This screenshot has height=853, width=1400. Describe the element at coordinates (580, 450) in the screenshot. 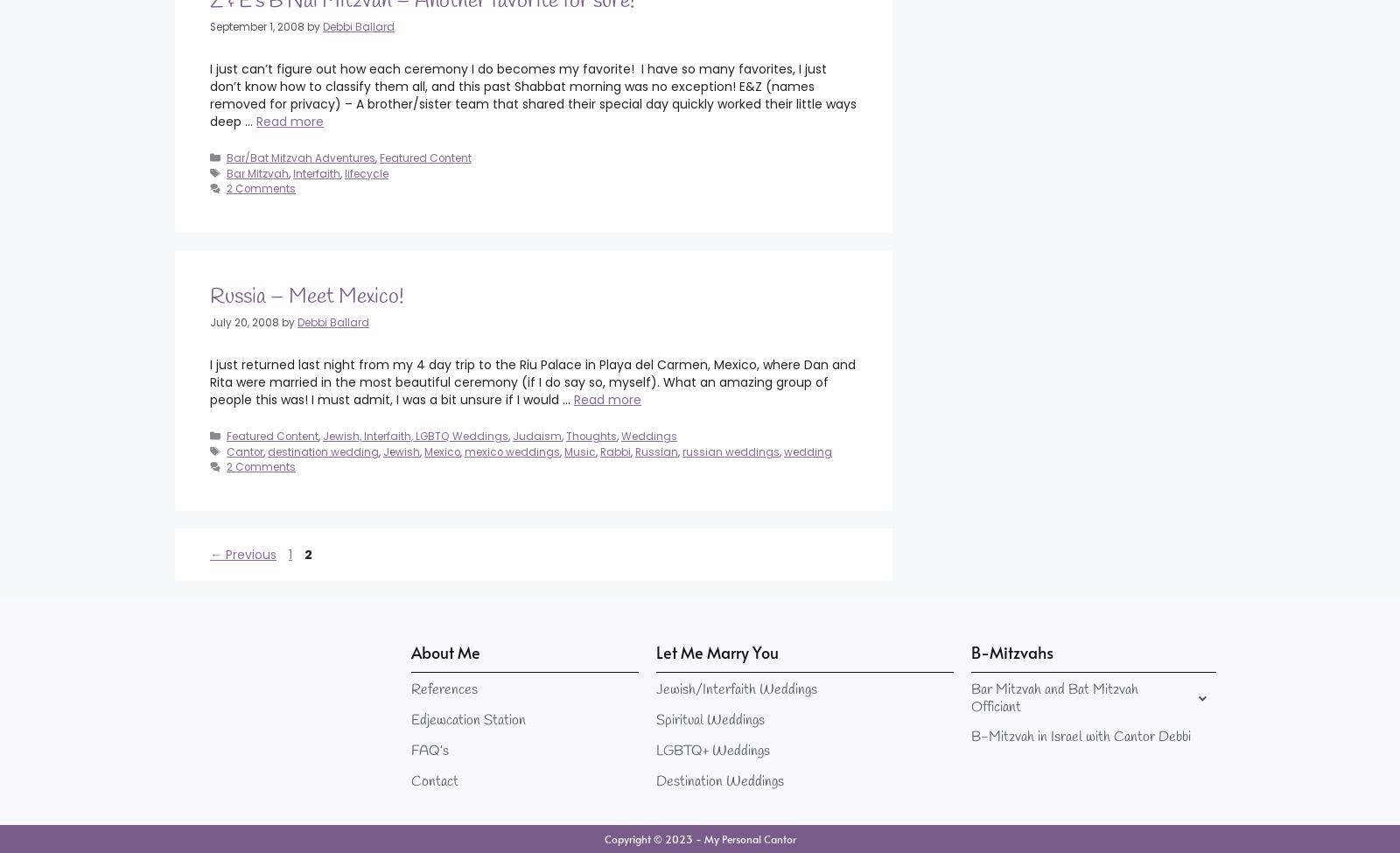

I see `'Music'` at that location.